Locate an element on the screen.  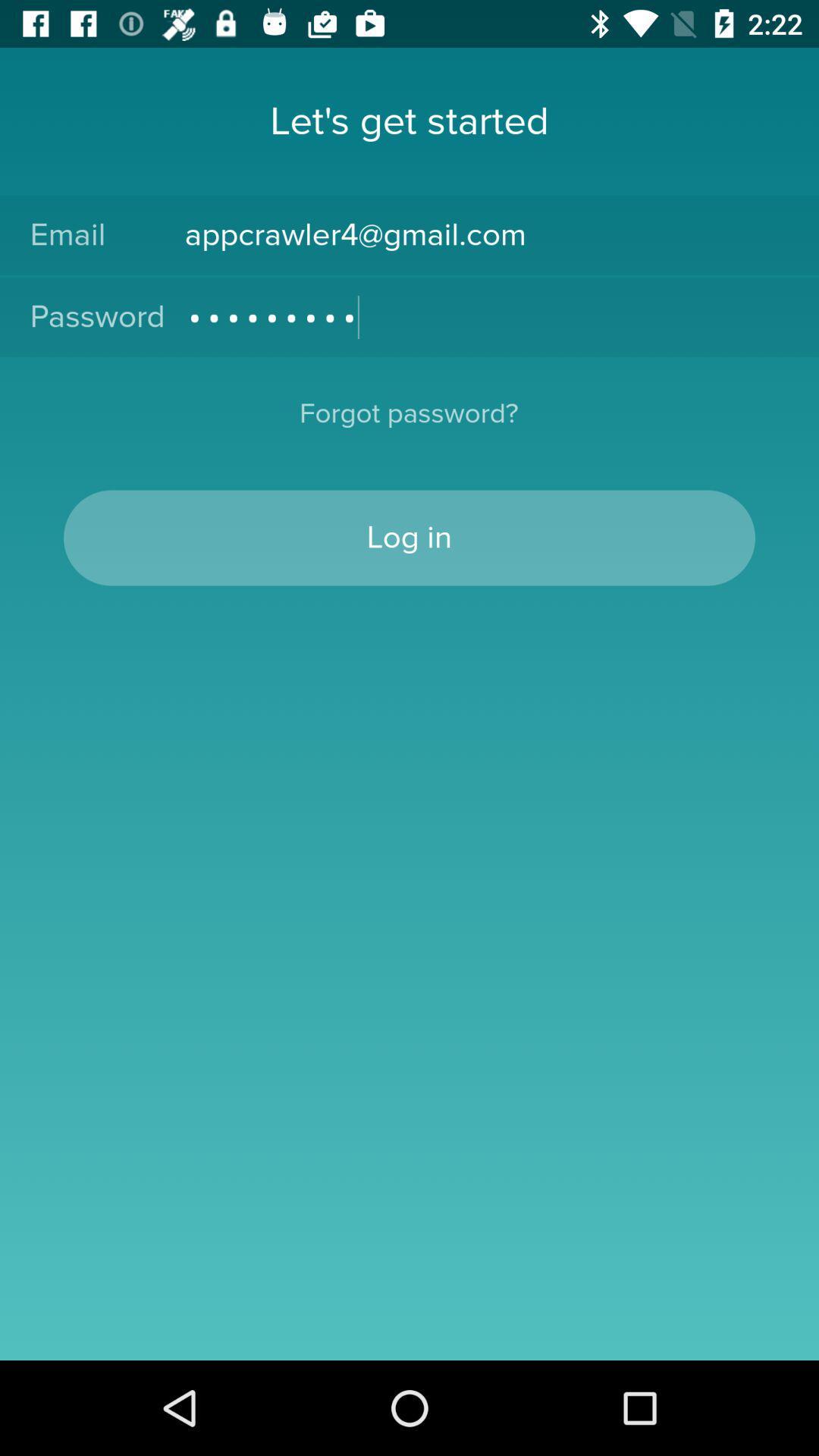
the forgot password? is located at coordinates (408, 423).